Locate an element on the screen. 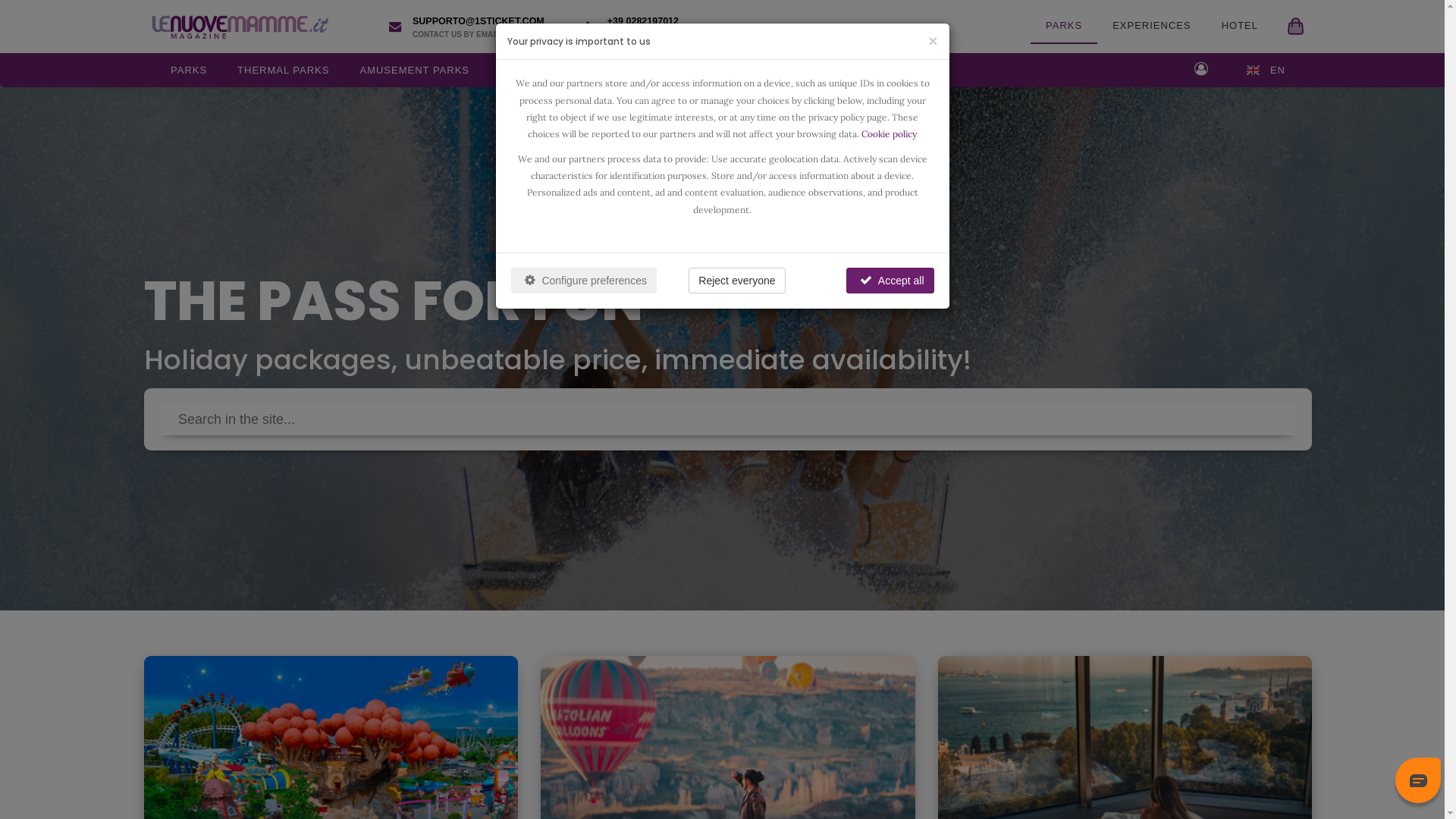 The width and height of the screenshot is (1456, 819). 'Cookie policy' is located at coordinates (861, 133).